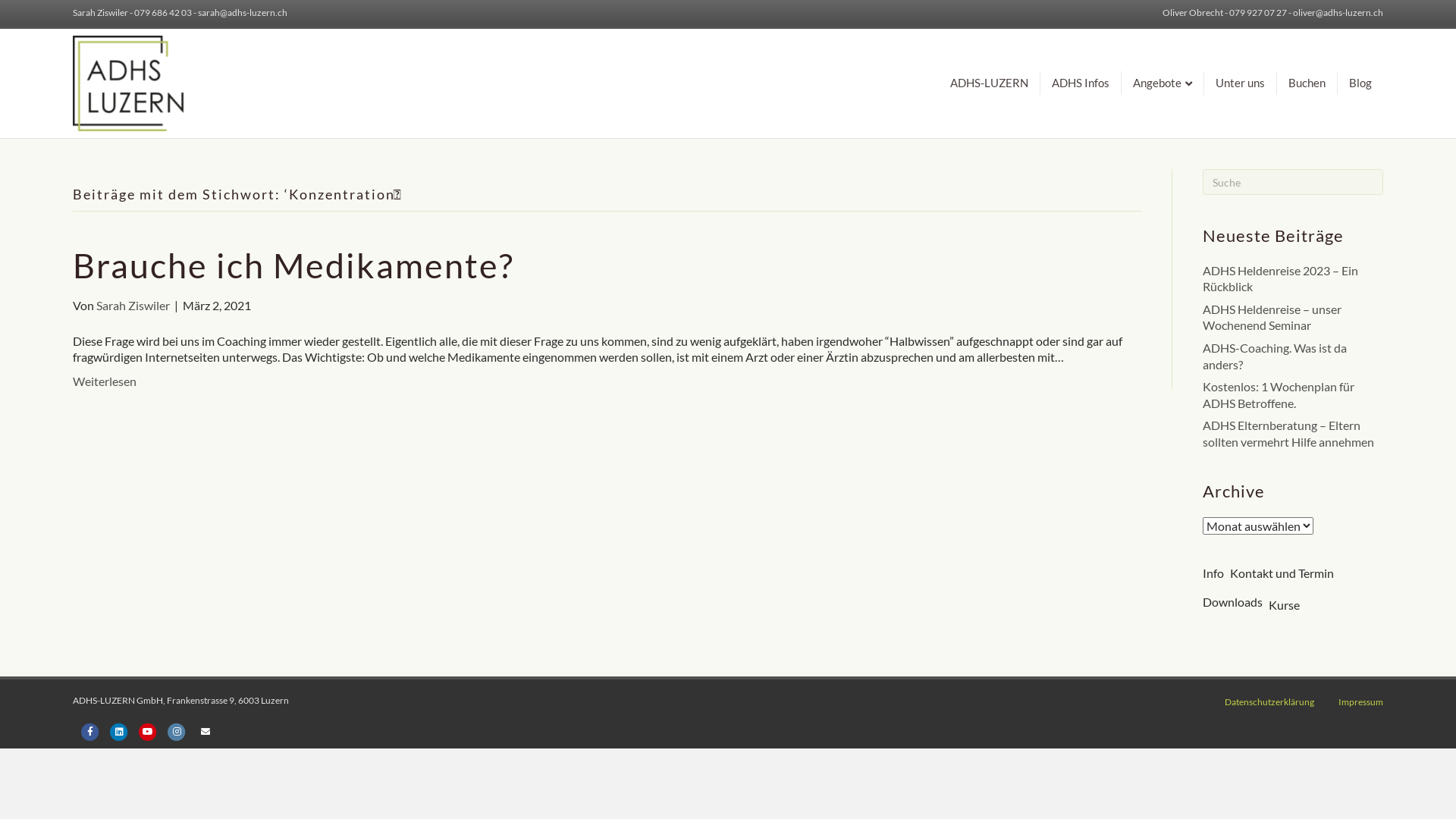 The height and width of the screenshot is (819, 1456). What do you see at coordinates (165, 730) in the screenshot?
I see `'Instagram'` at bounding box center [165, 730].